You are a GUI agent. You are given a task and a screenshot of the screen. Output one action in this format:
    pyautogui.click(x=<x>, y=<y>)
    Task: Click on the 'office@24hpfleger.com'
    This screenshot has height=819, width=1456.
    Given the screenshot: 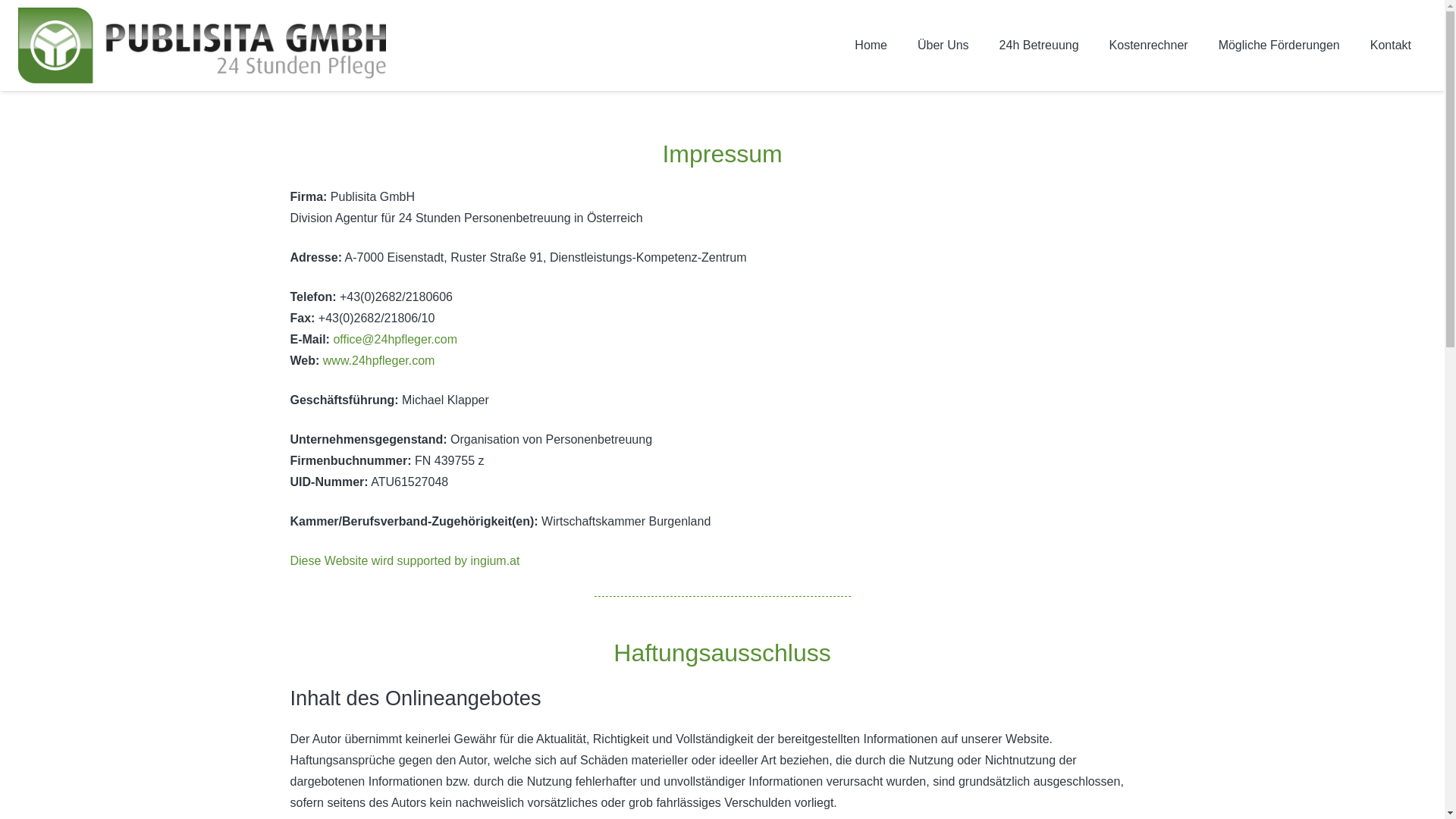 What is the action you would take?
    pyautogui.click(x=395, y=338)
    